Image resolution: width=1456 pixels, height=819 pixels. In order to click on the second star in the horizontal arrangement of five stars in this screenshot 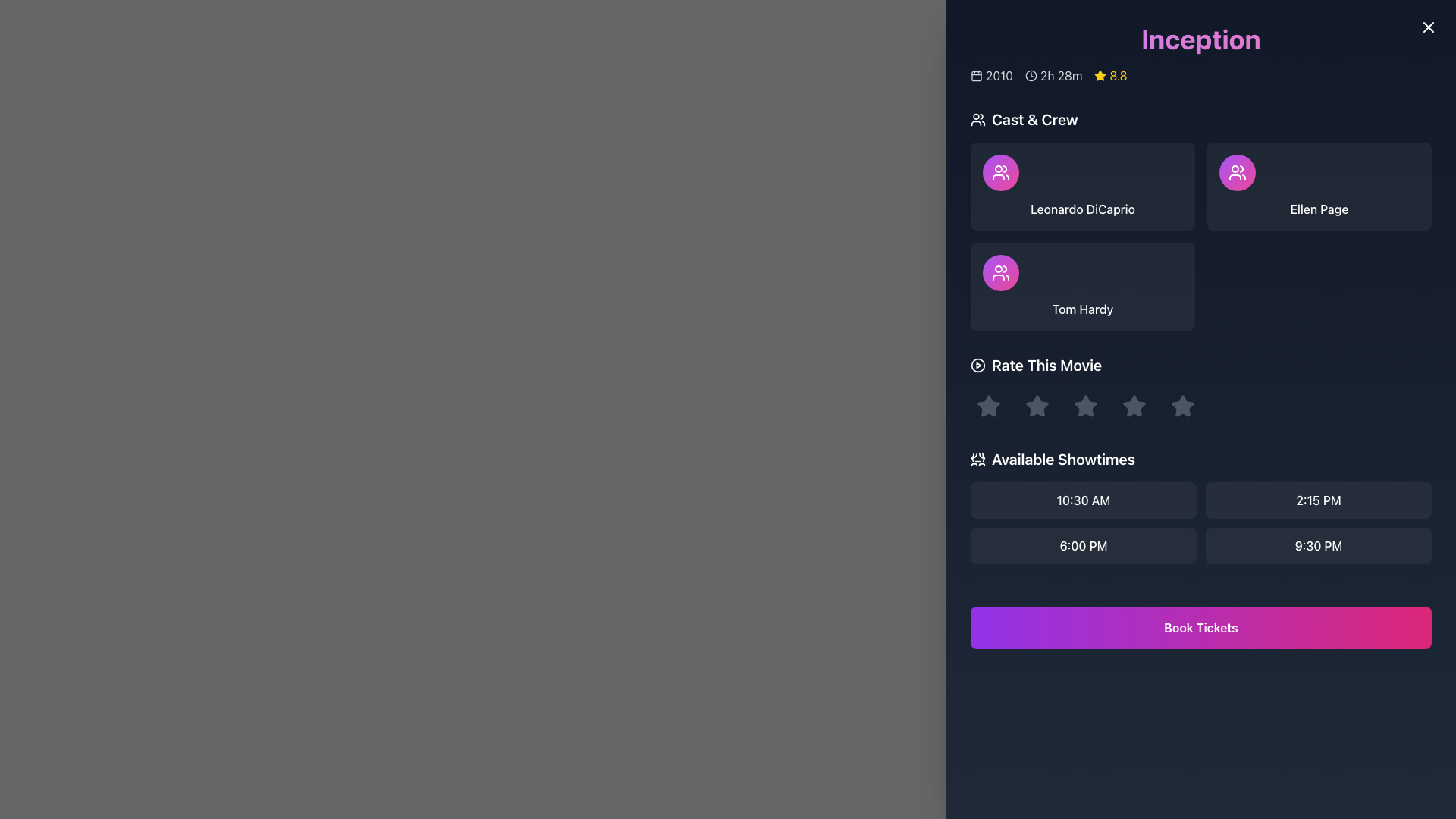, I will do `click(1084, 406)`.